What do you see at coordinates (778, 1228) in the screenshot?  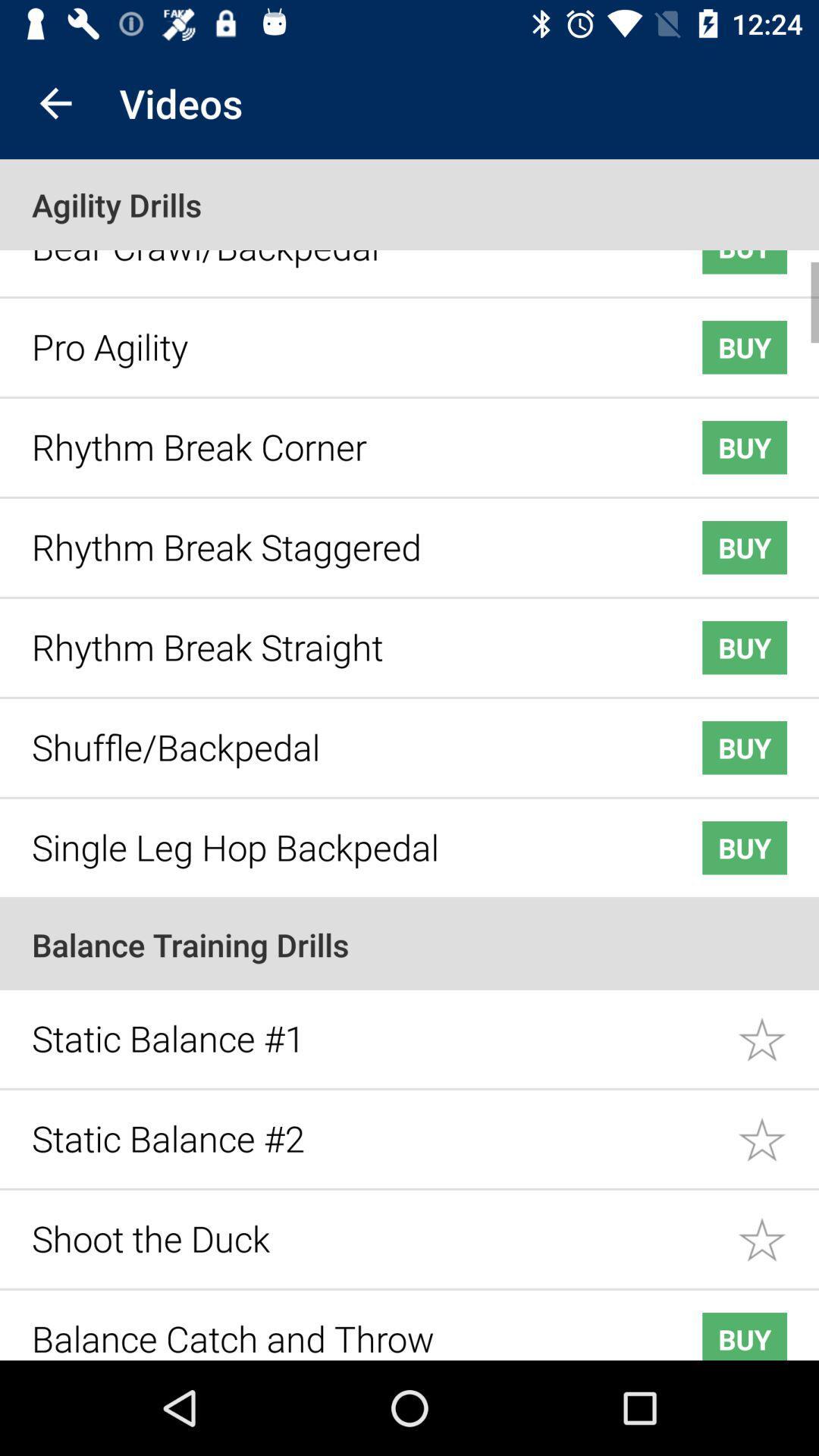 I see `like this item` at bounding box center [778, 1228].